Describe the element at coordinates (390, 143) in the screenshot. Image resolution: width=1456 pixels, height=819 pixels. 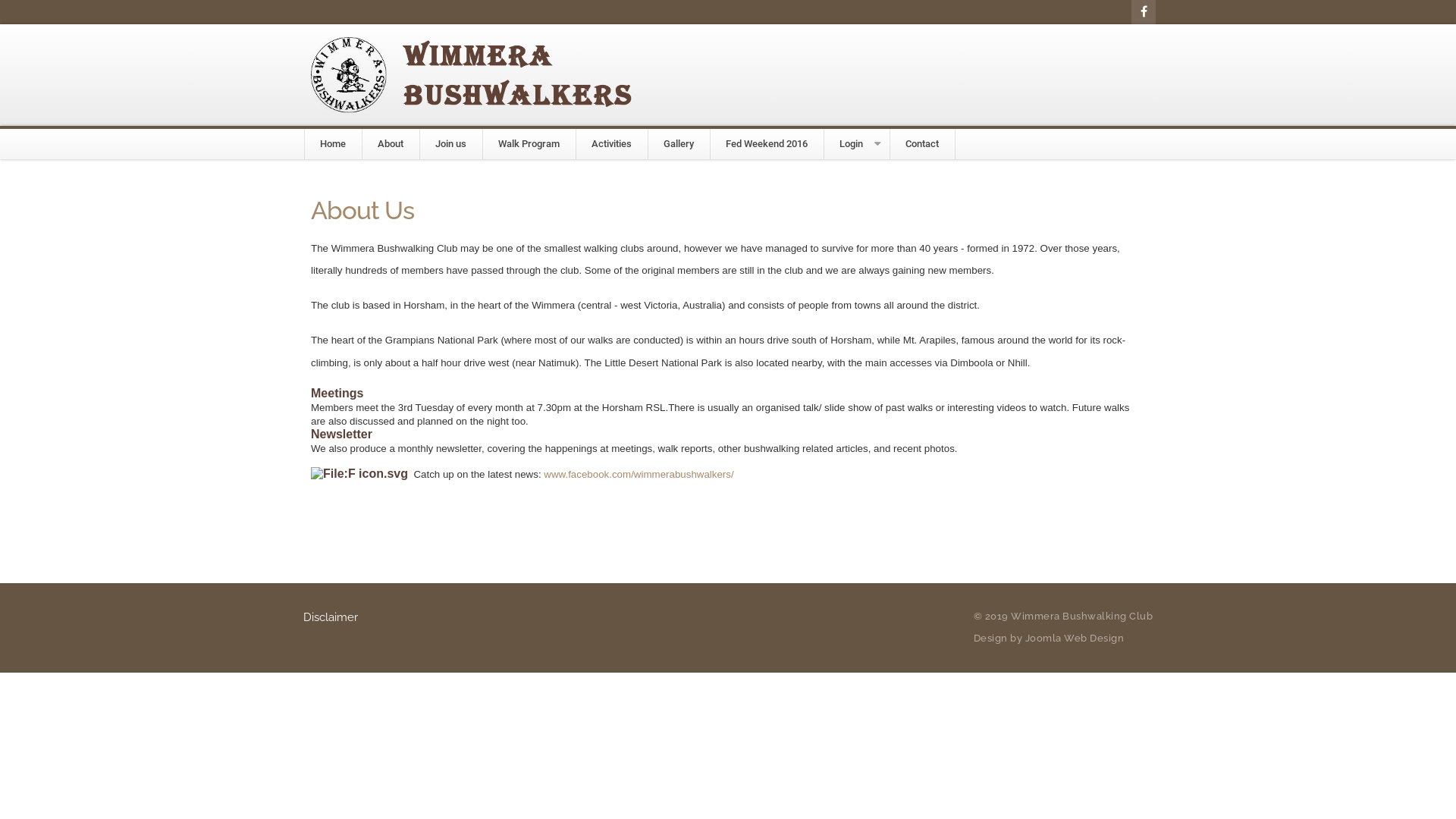
I see `'About'` at that location.